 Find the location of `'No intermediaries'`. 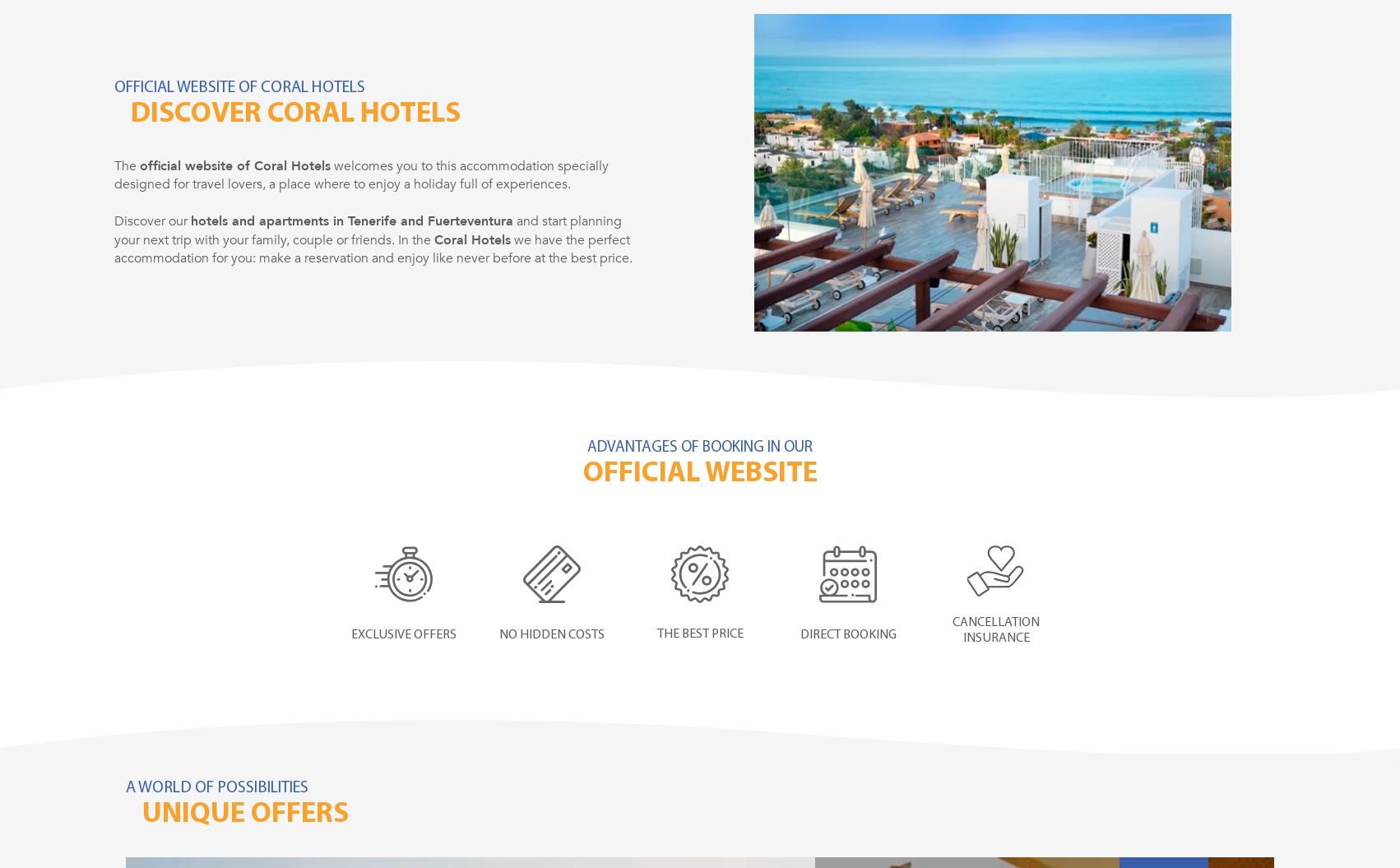

'No intermediaries' is located at coordinates (847, 526).